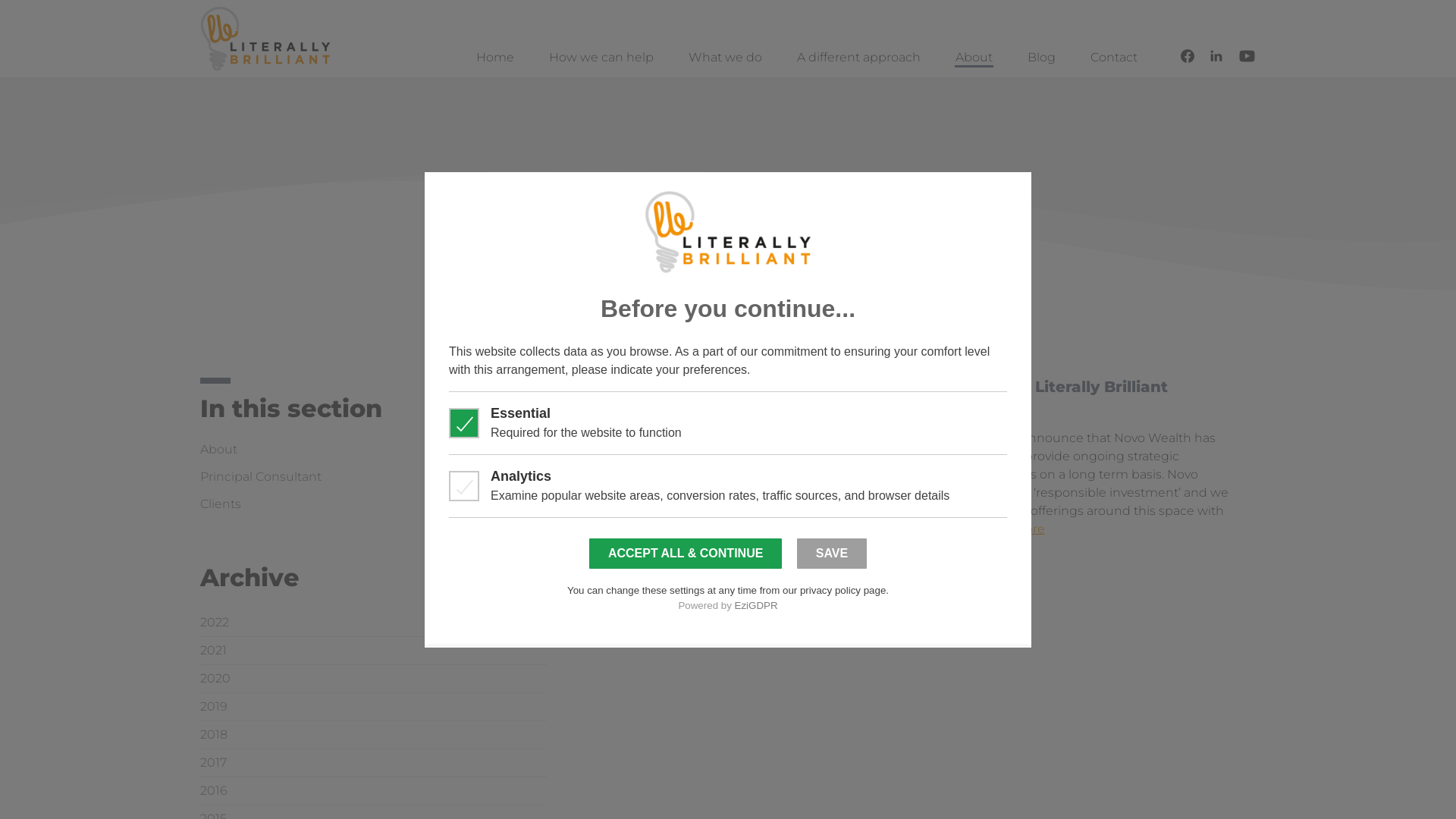 The height and width of the screenshot is (819, 1456). What do you see at coordinates (959, 562) in the screenshot?
I see `'Old client news'` at bounding box center [959, 562].